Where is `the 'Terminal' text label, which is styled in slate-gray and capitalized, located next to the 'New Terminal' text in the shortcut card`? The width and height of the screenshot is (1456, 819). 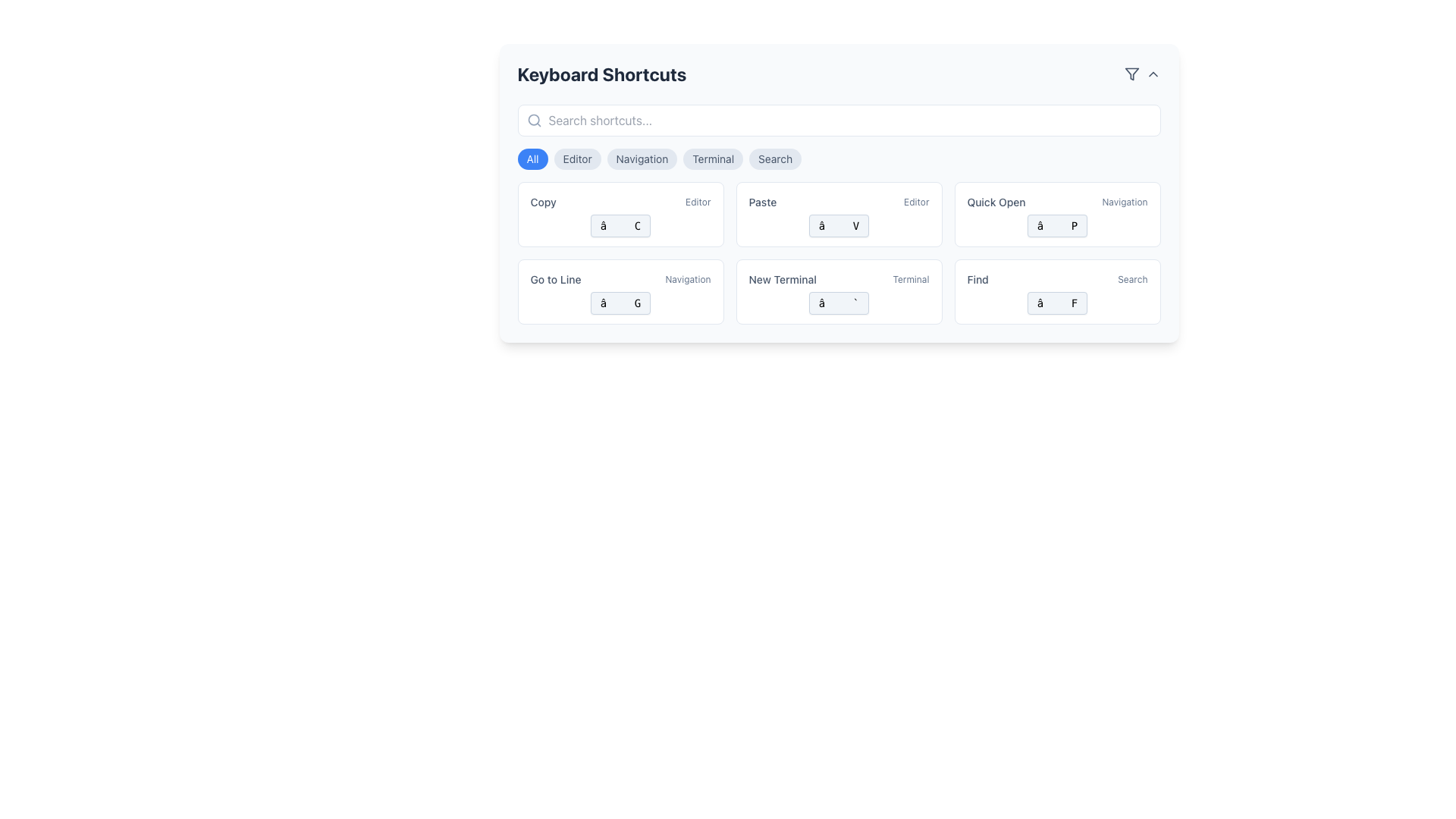 the 'Terminal' text label, which is styled in slate-gray and capitalized, located next to the 'New Terminal' text in the shortcut card is located at coordinates (910, 280).